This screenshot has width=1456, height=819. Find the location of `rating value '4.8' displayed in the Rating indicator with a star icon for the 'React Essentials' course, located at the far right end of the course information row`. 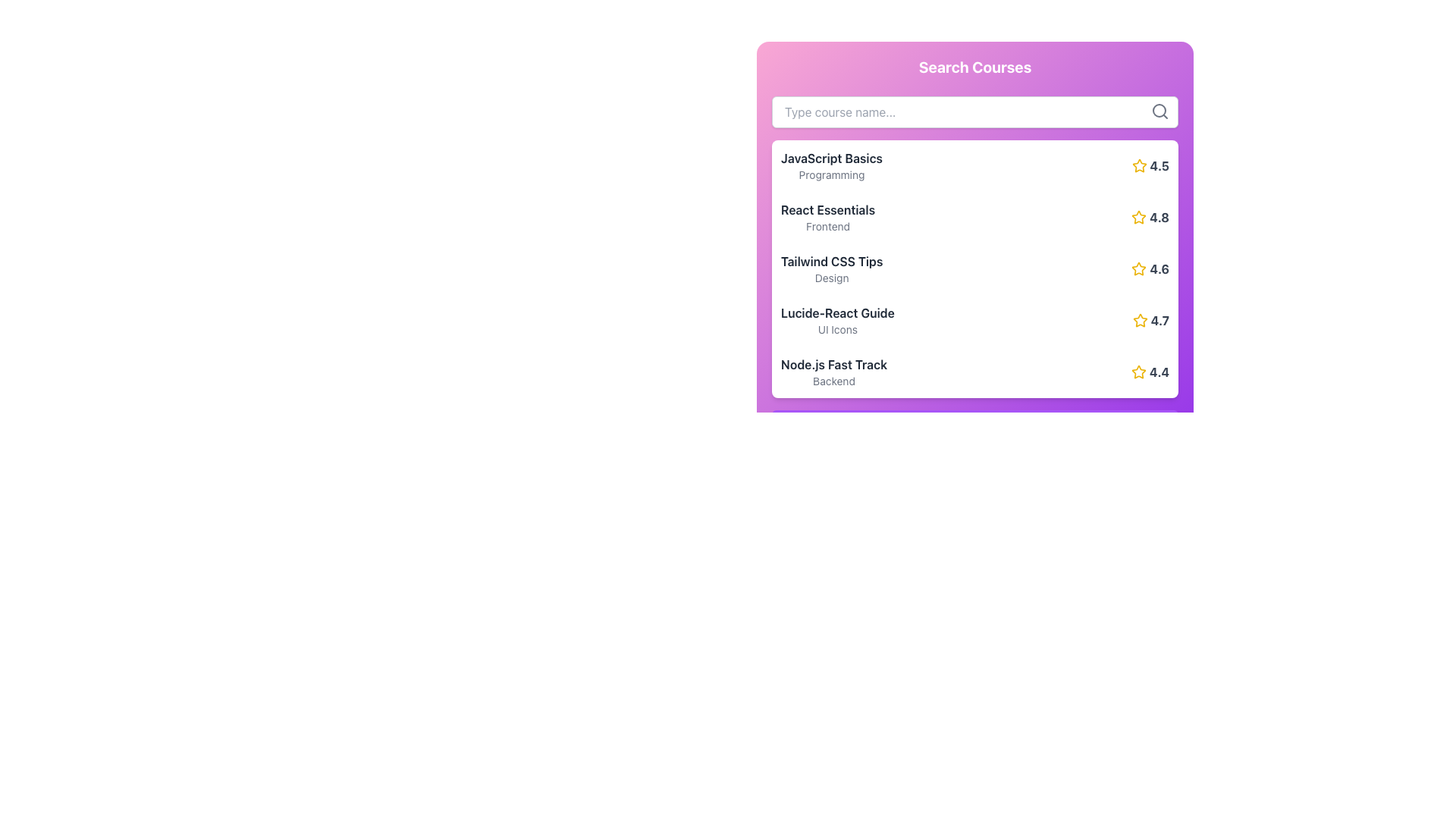

rating value '4.8' displayed in the Rating indicator with a star icon for the 'React Essentials' course, located at the far right end of the course information row is located at coordinates (1150, 217).